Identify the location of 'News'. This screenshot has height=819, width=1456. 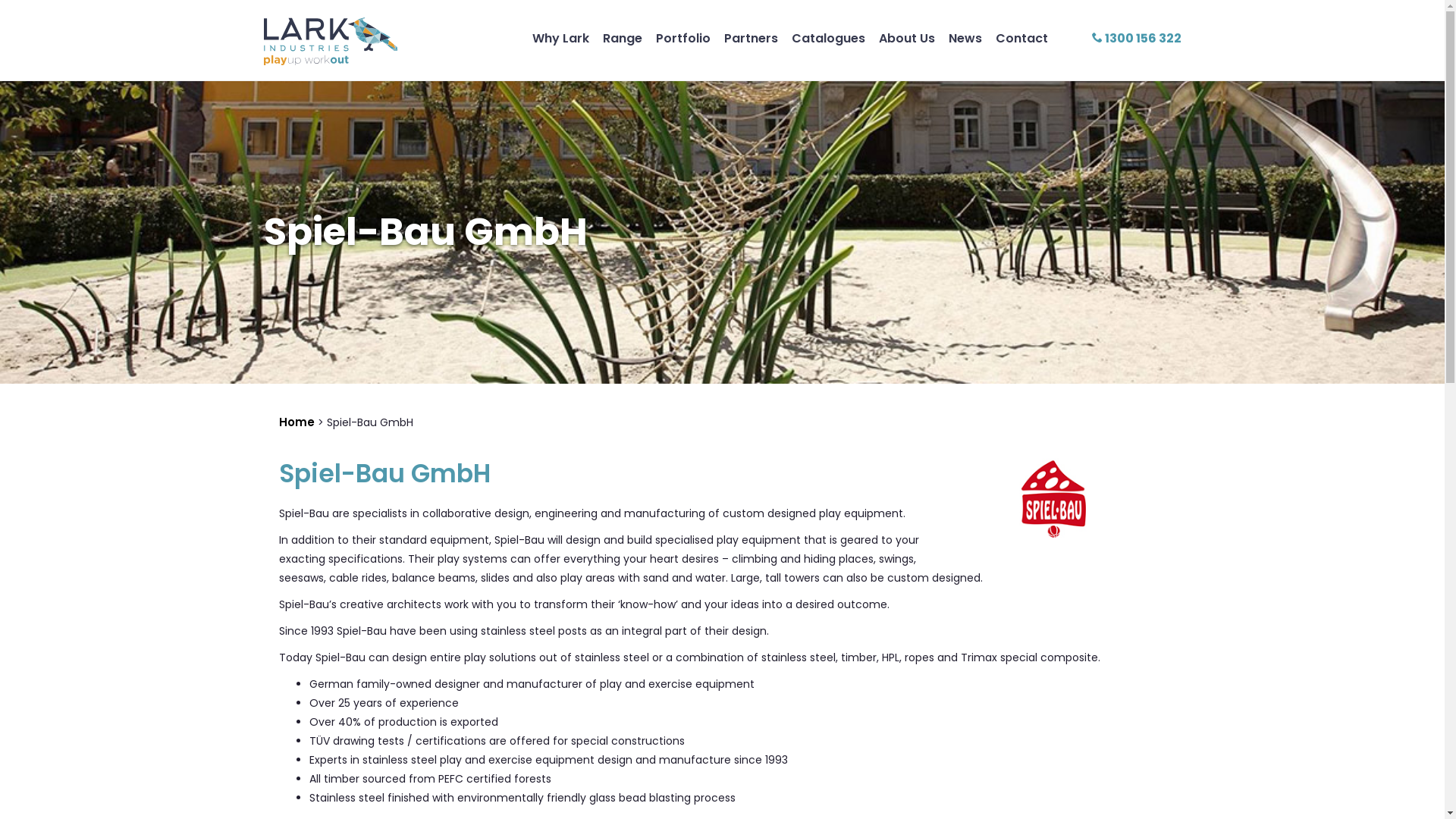
(964, 37).